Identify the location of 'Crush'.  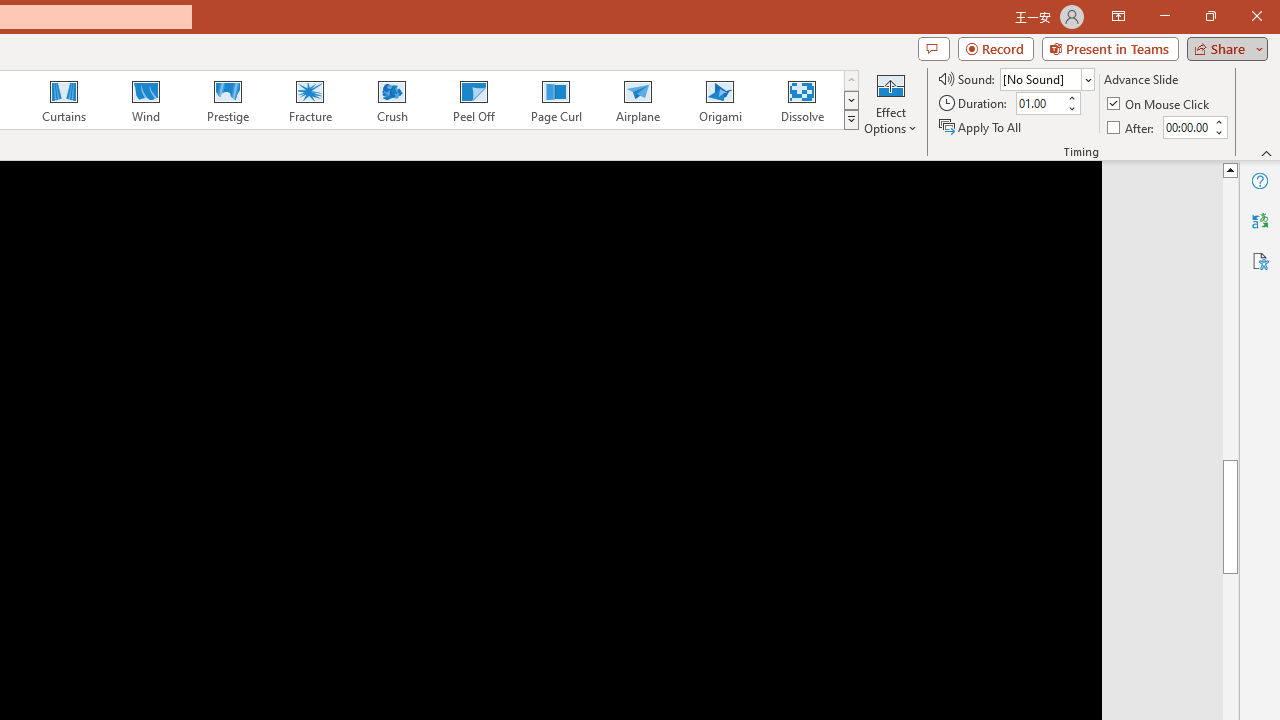
(391, 100).